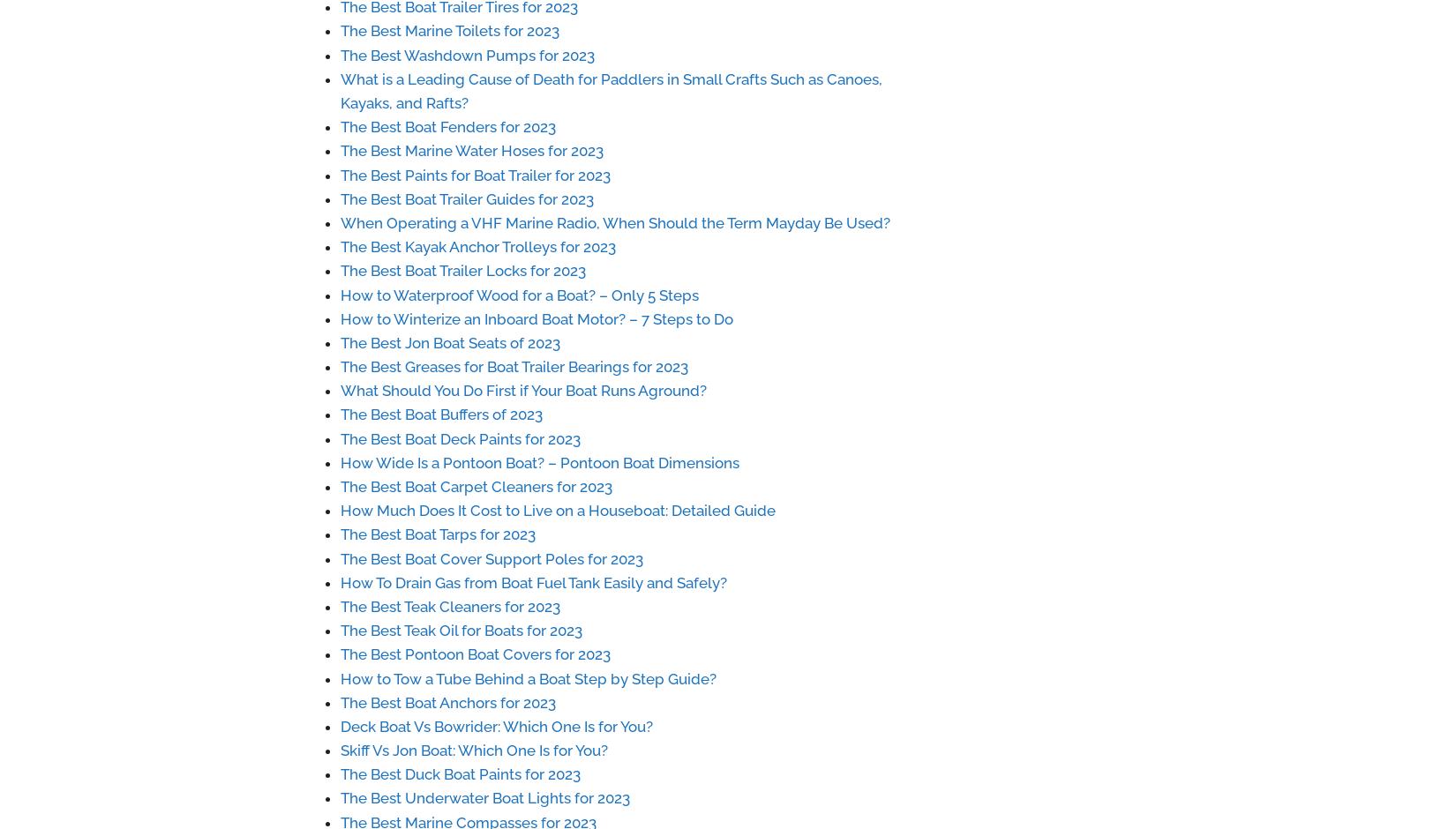  What do you see at coordinates (447, 126) in the screenshot?
I see `'The Best Boat Fenders for 2023'` at bounding box center [447, 126].